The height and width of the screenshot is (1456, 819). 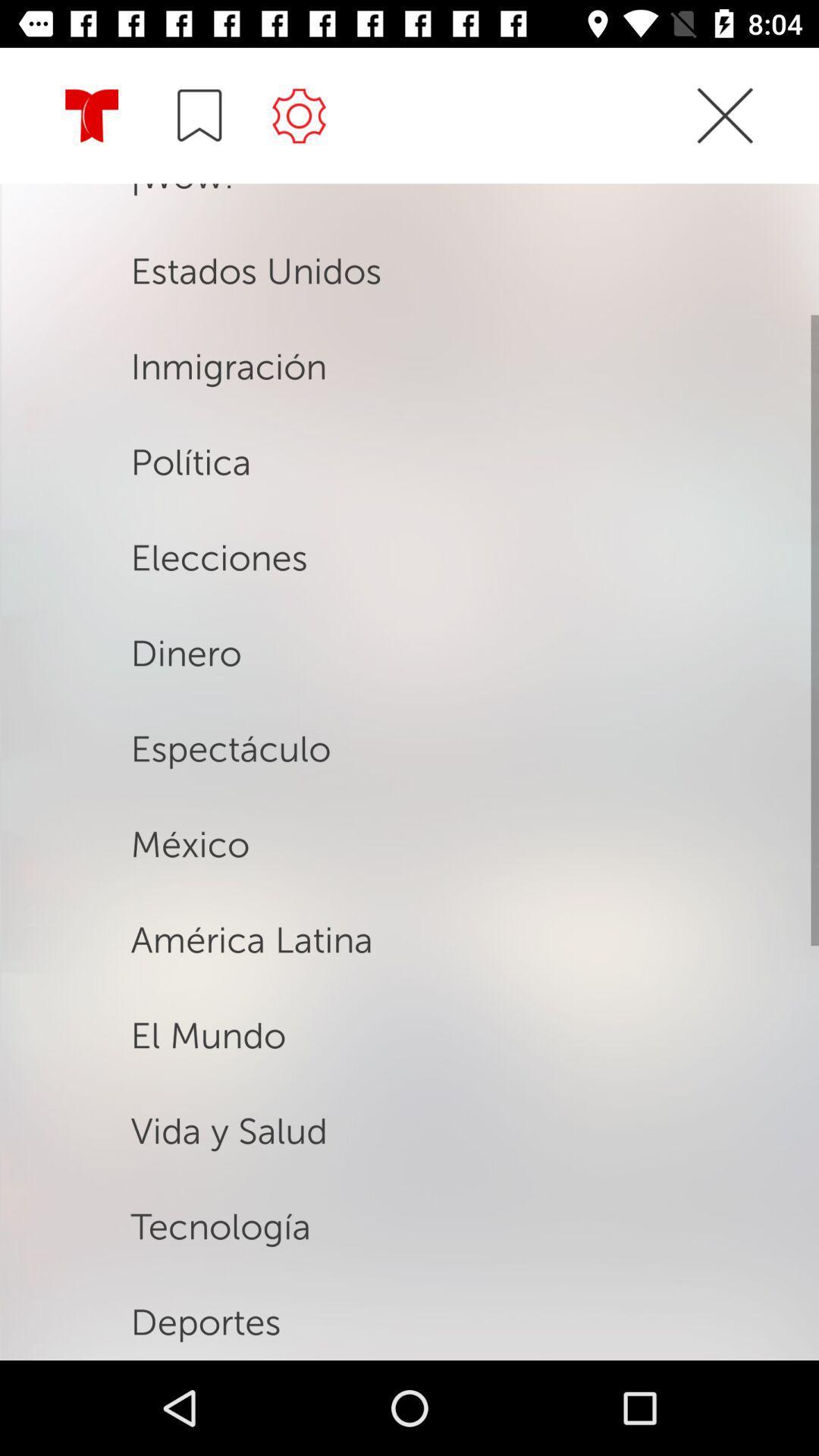 I want to click on the close icon, so click(x=724, y=143).